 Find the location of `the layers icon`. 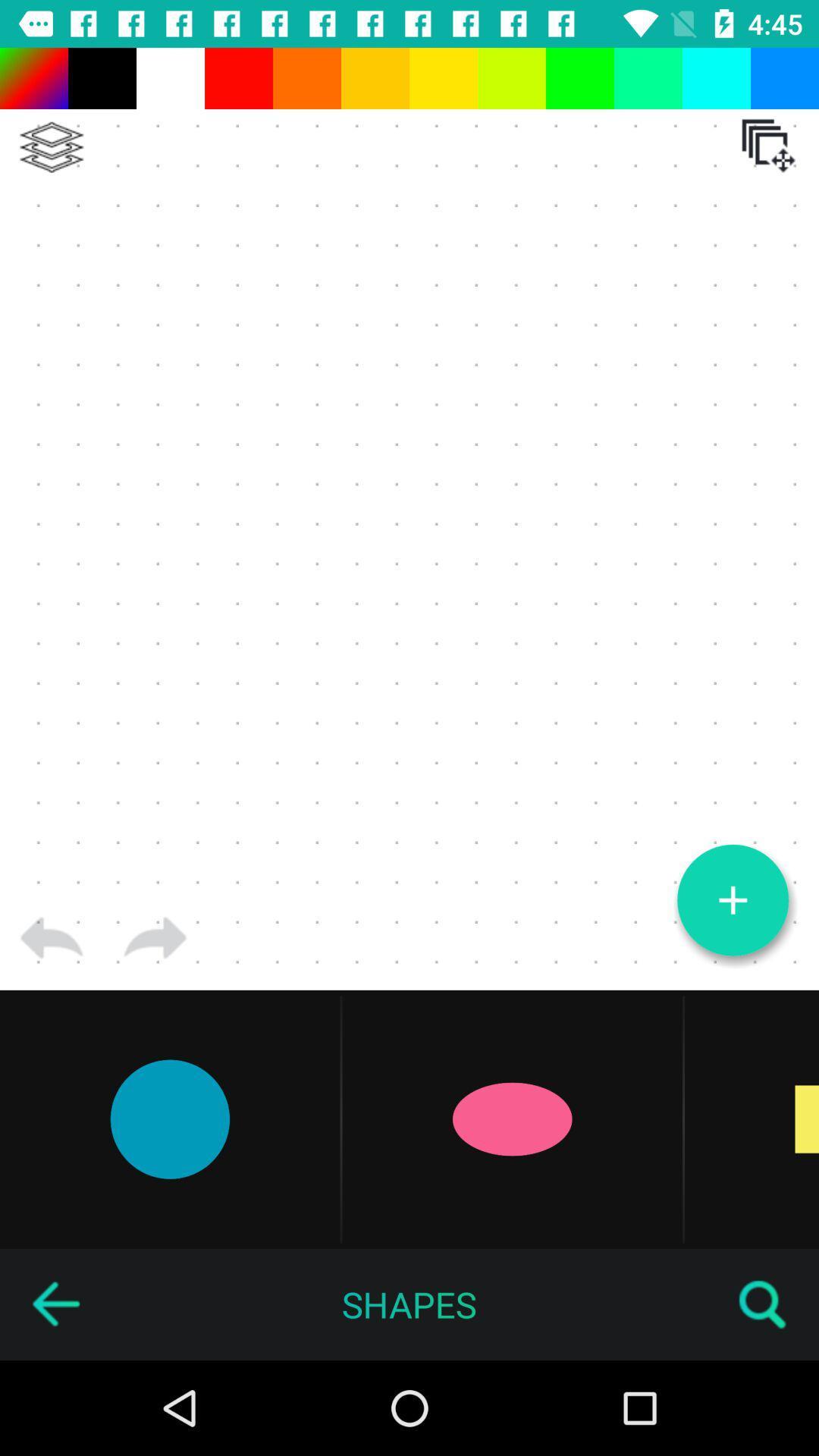

the layers icon is located at coordinates (51, 147).